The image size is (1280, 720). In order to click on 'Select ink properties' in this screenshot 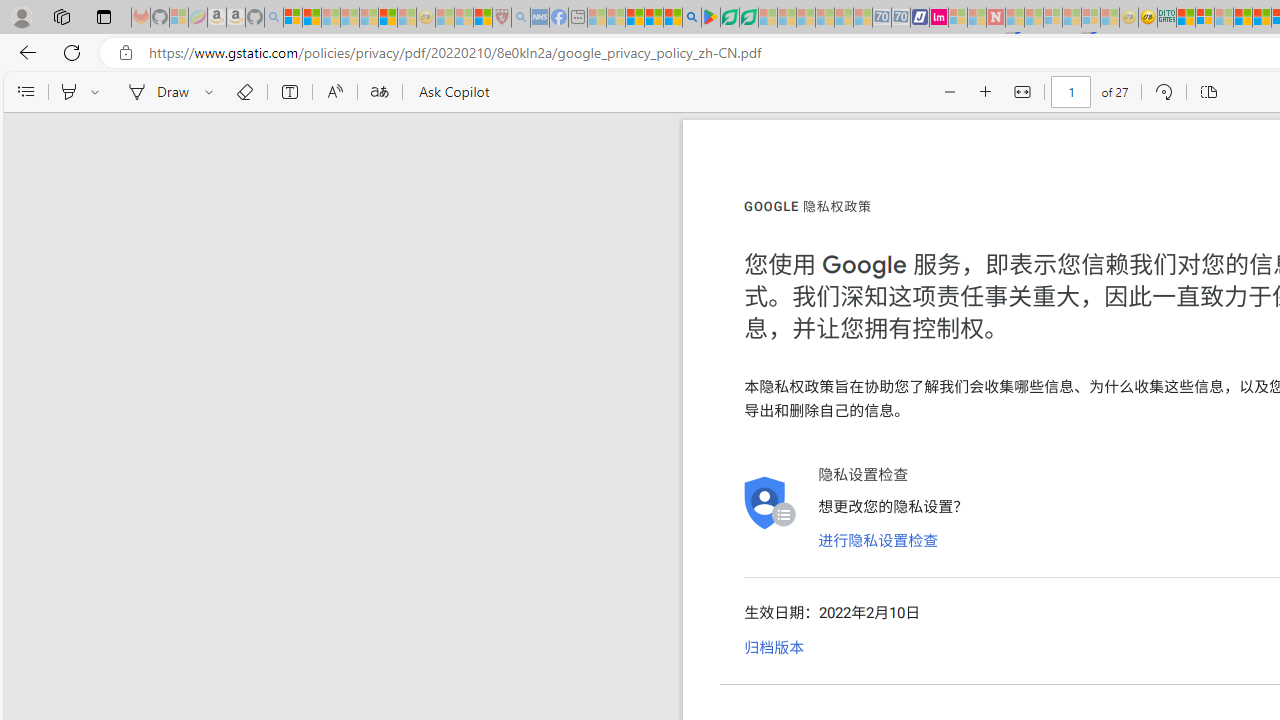, I will do `click(212, 92)`.